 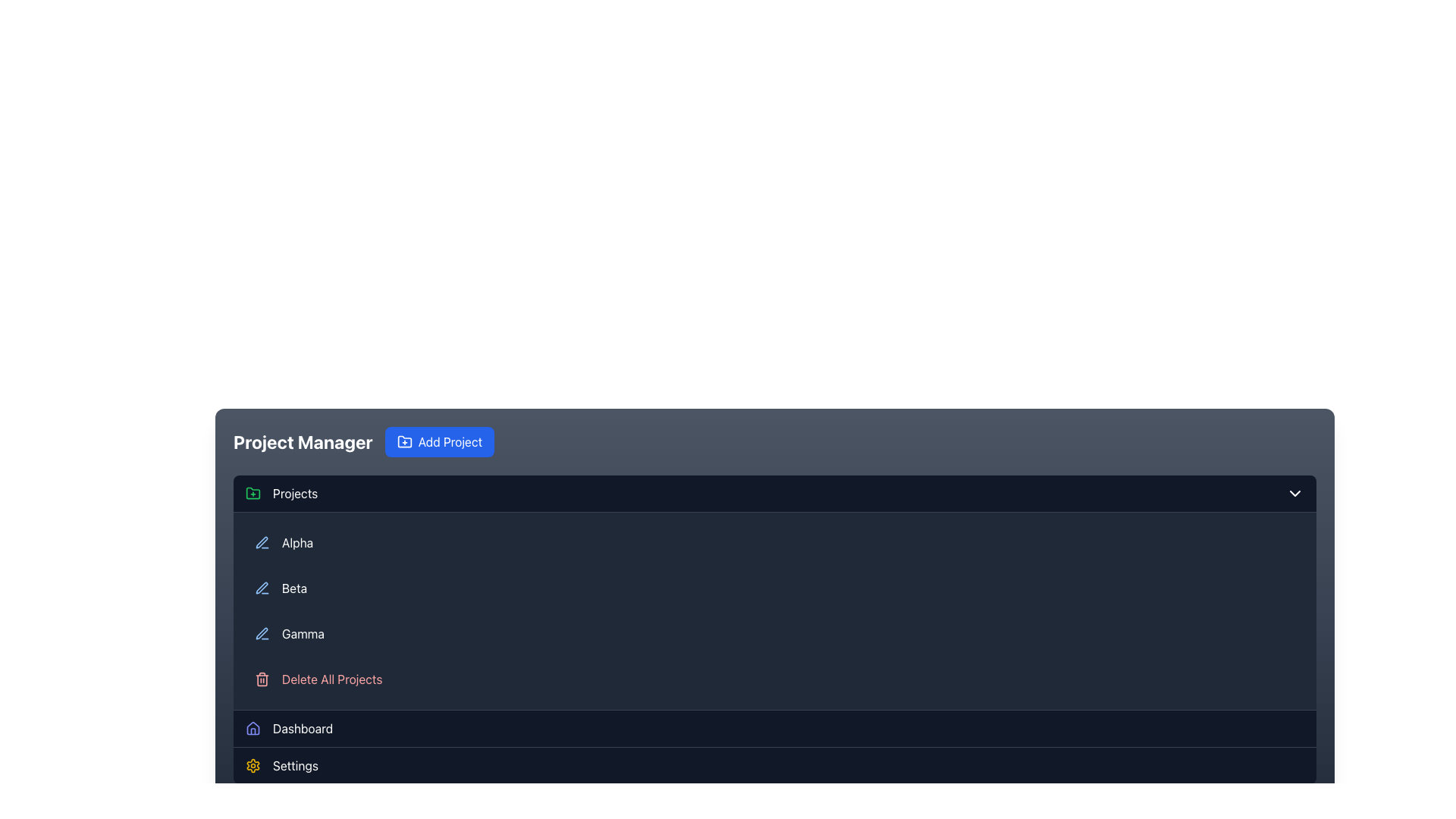 I want to click on the icon representing the 'Add Project' button located at the top-right of the interface, which visually indicates the action of adding a new project, so click(x=404, y=441).